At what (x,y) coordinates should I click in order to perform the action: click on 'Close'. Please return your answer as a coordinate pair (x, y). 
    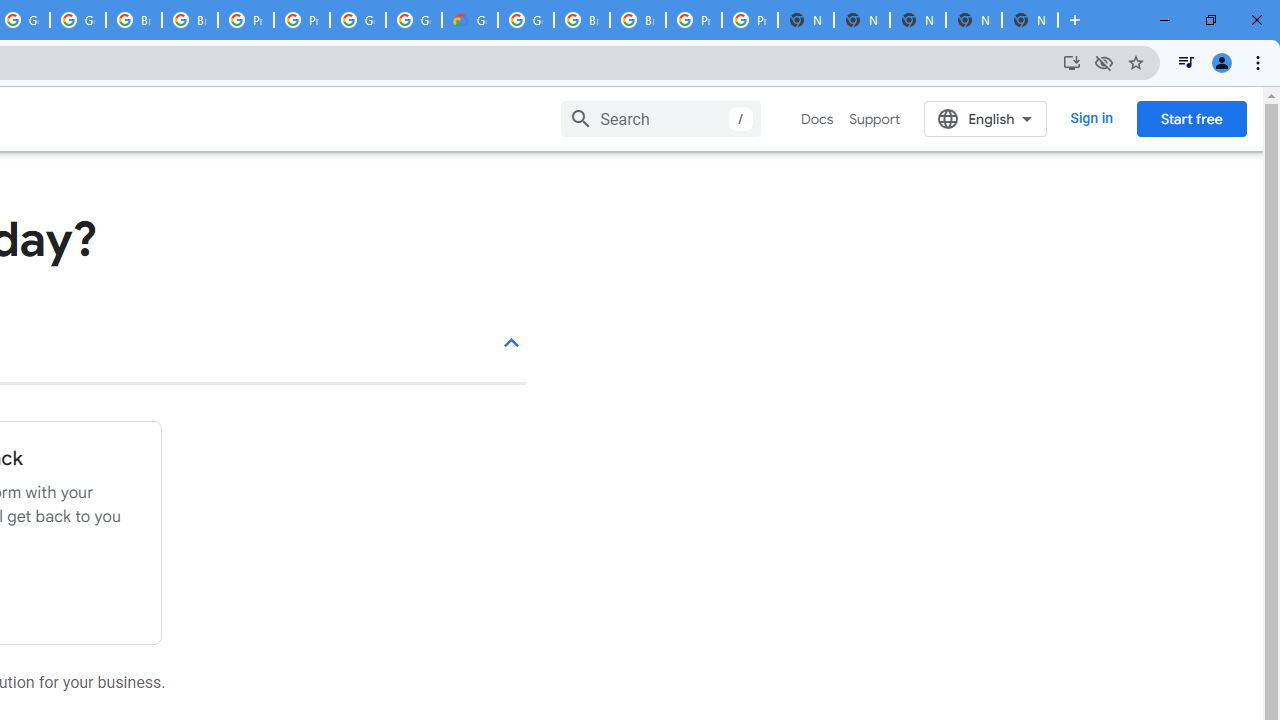
    Looking at the image, I should click on (1255, 20).